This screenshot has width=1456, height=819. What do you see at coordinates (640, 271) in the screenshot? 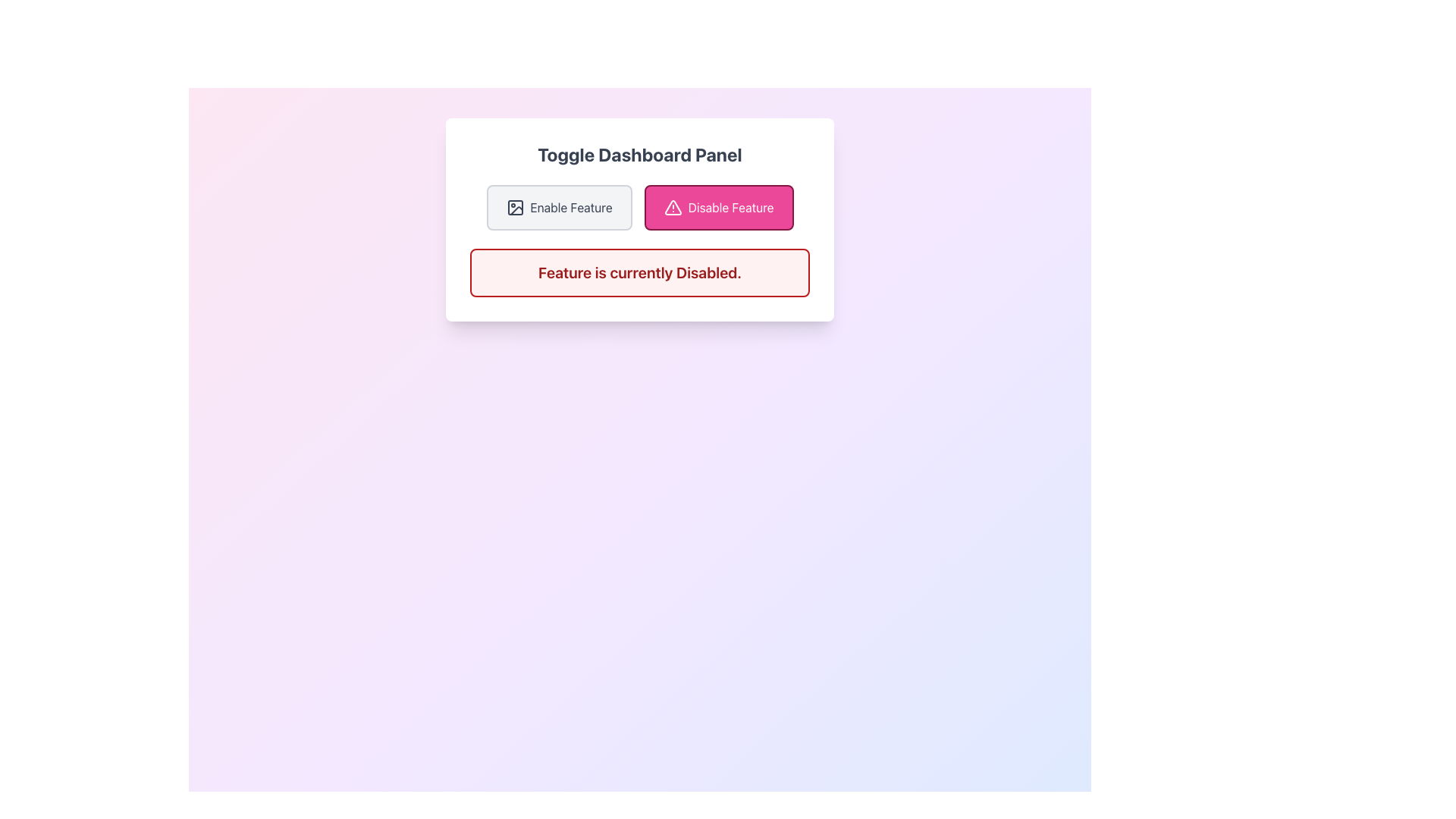
I see `the text label displaying 'Feature is currently Disabled.' which is styled in bold red font, located centrally in a light red panel beneath the 'Disable Feature' button` at bounding box center [640, 271].